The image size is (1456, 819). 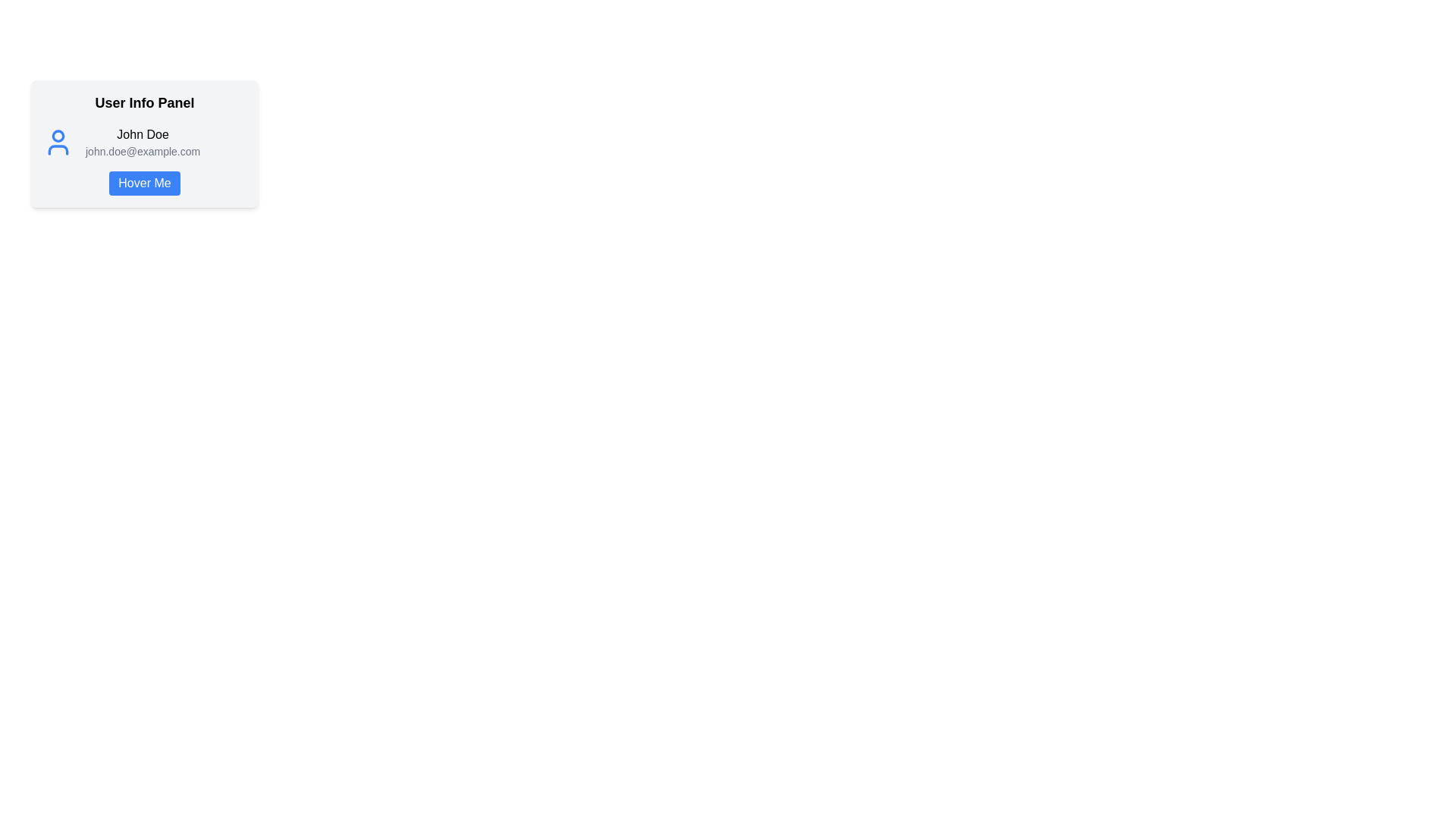 I want to click on the text label that serves as the heading for the user information panel, located at the top of the card-like structure, so click(x=145, y=102).